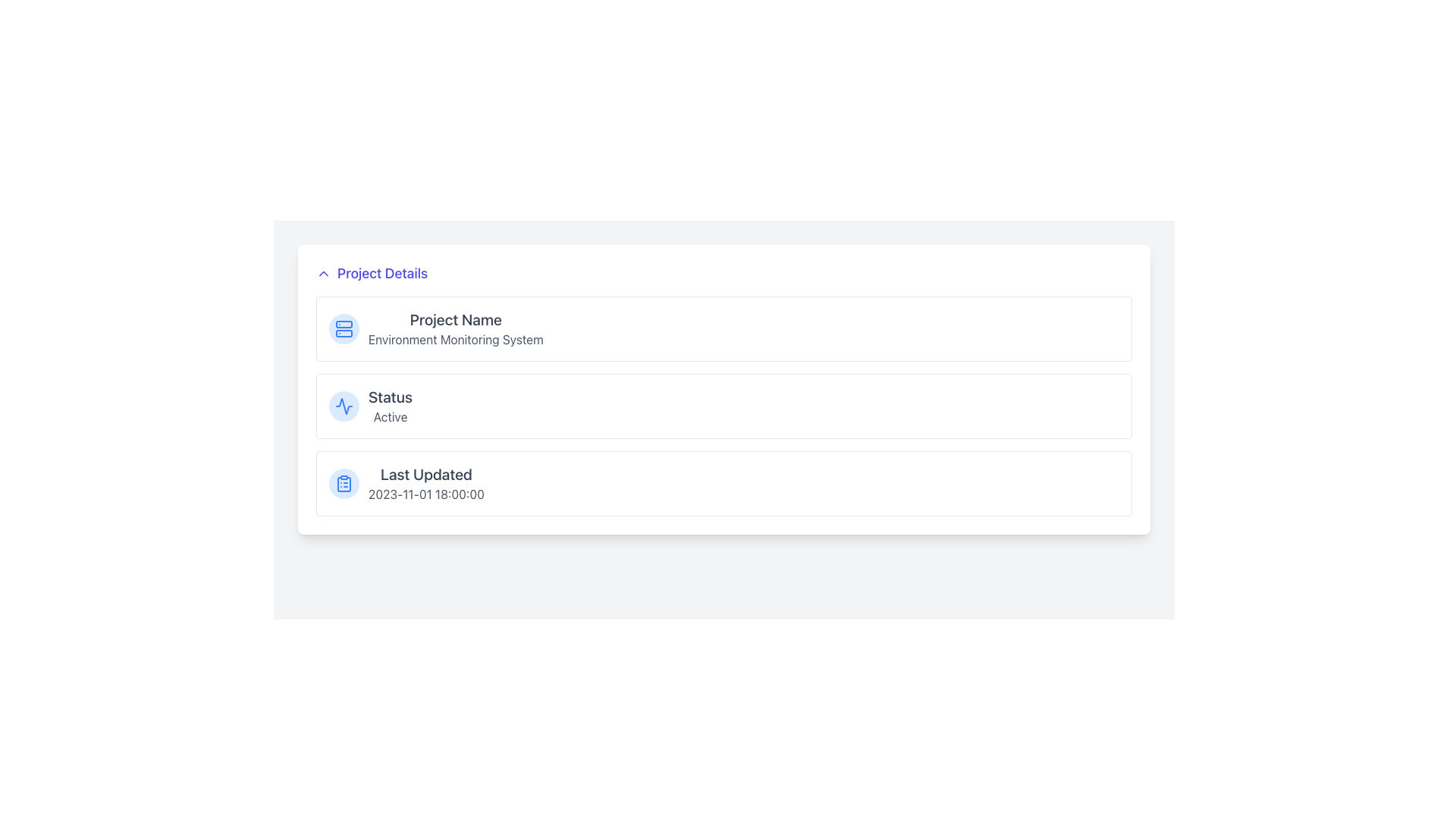 The height and width of the screenshot is (819, 1456). Describe the element at coordinates (344, 406) in the screenshot. I see `the icon representing the 'Status' section in the 'Project Details' card, which is located to the left of the text 'Status' and 'Active'` at that location.